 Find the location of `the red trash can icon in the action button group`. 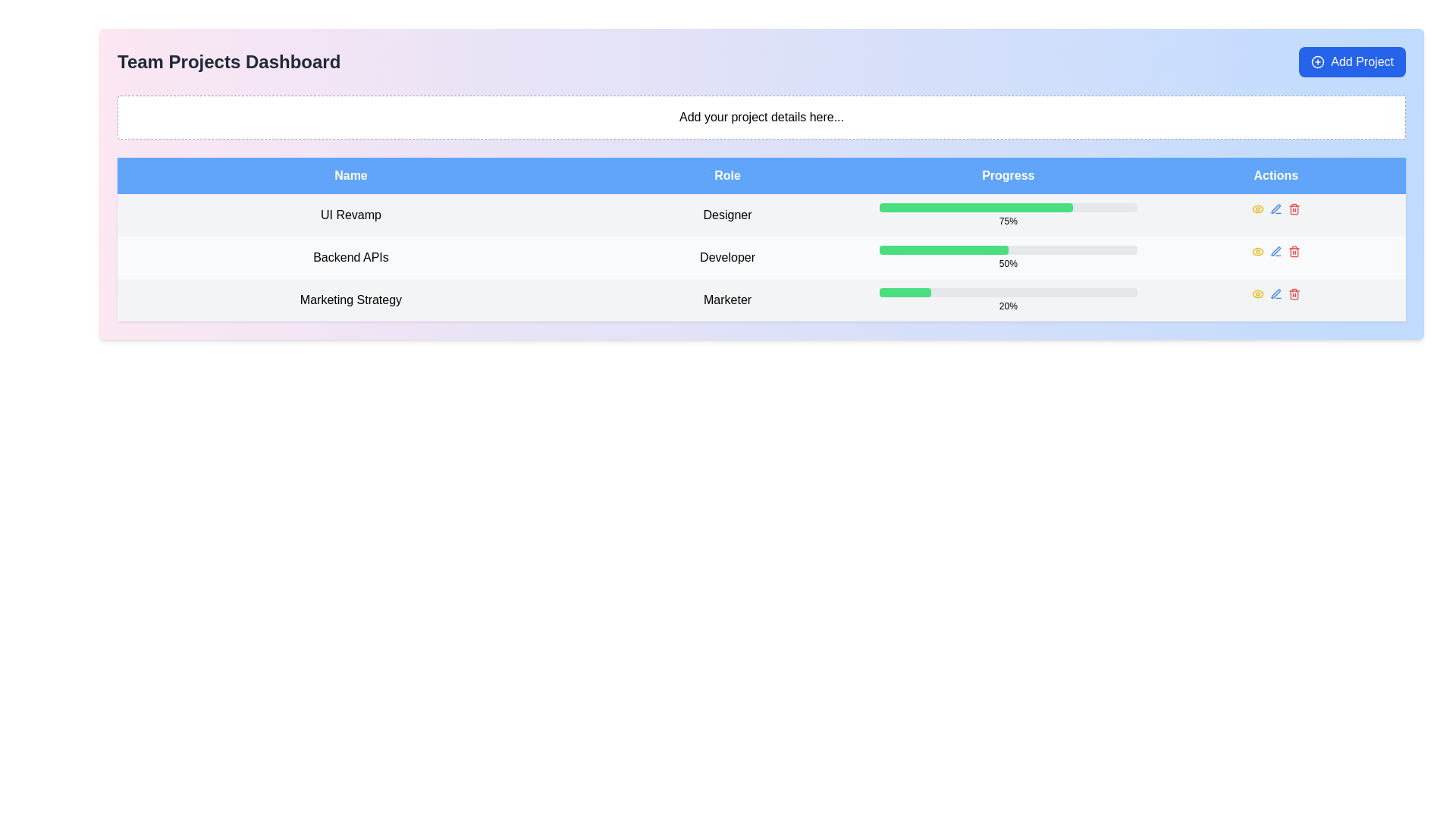

the red trash can icon in the action button group is located at coordinates (1293, 294).